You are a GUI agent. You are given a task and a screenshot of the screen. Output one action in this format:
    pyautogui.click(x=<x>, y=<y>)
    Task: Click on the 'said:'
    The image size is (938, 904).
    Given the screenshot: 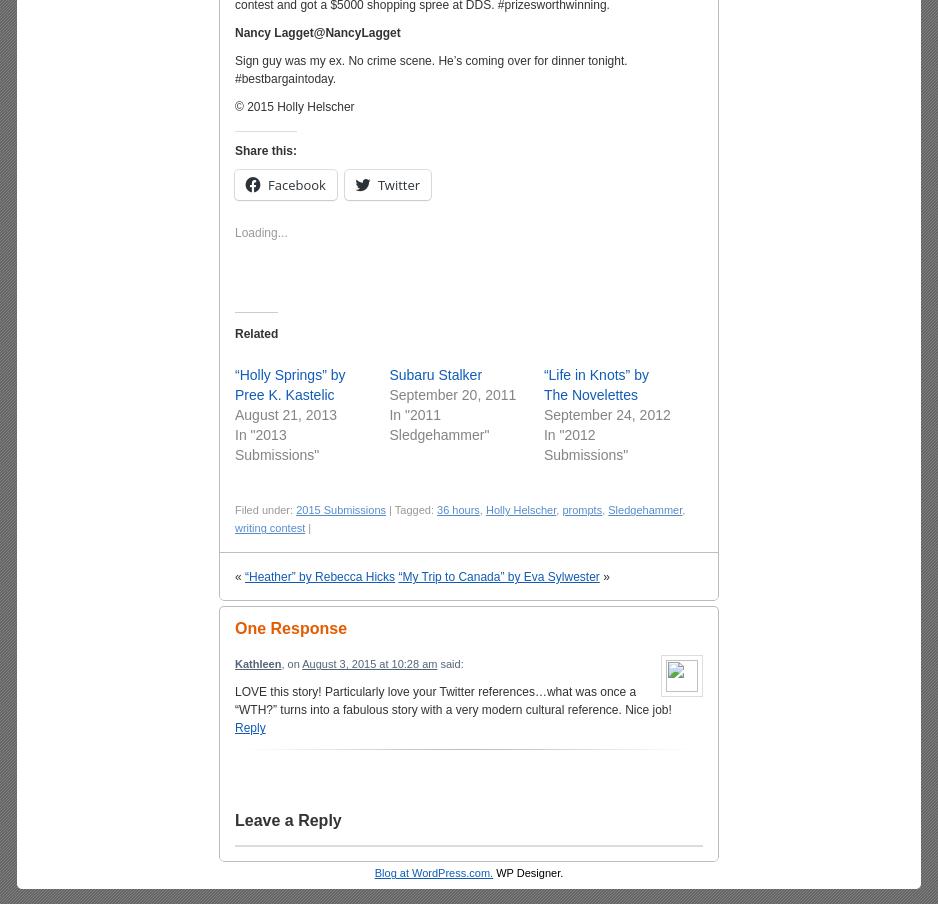 What is the action you would take?
    pyautogui.click(x=436, y=663)
    